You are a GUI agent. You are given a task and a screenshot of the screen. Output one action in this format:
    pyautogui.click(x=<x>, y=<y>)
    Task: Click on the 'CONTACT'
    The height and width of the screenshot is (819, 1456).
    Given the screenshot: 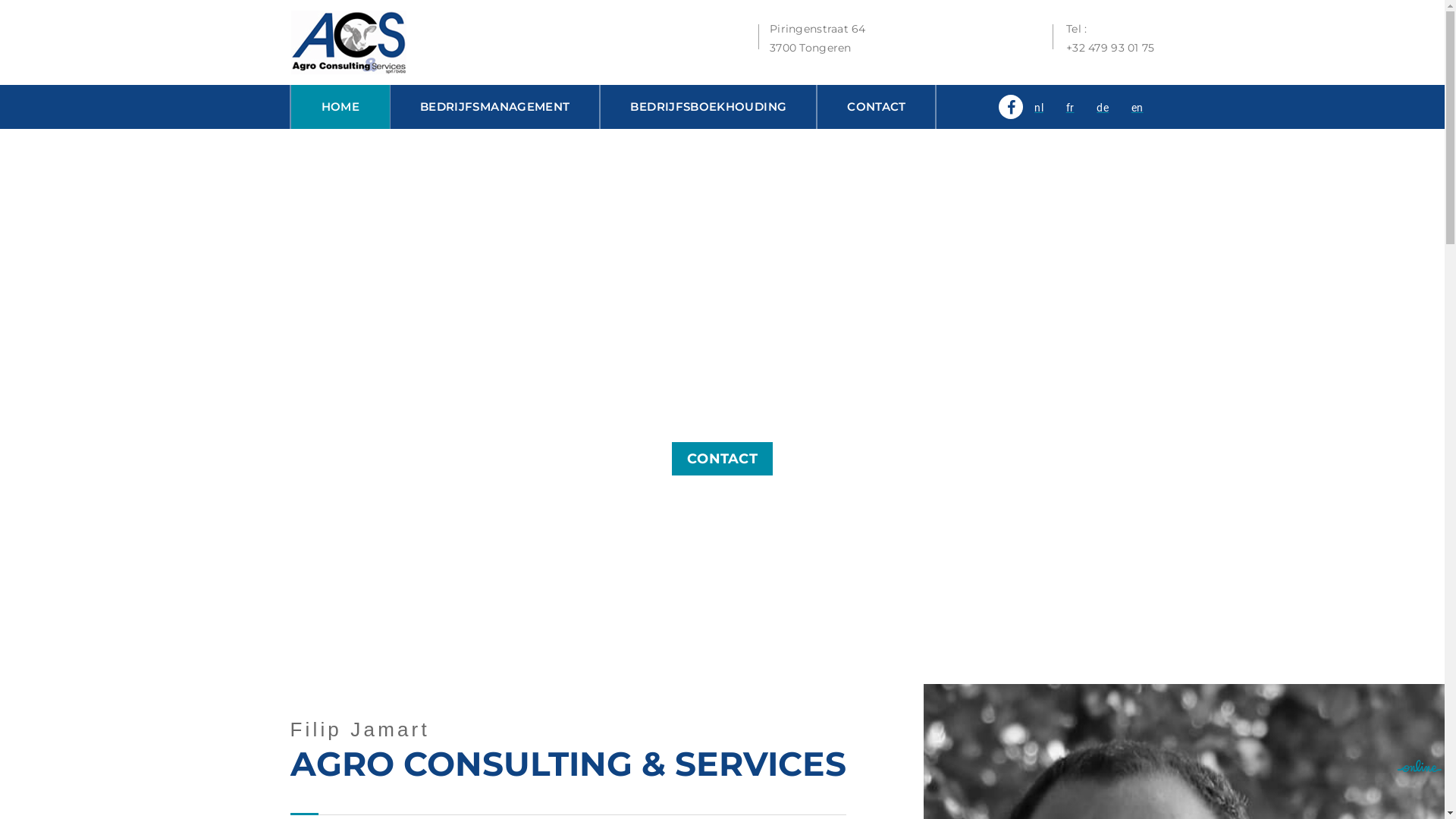 What is the action you would take?
    pyautogui.click(x=721, y=458)
    